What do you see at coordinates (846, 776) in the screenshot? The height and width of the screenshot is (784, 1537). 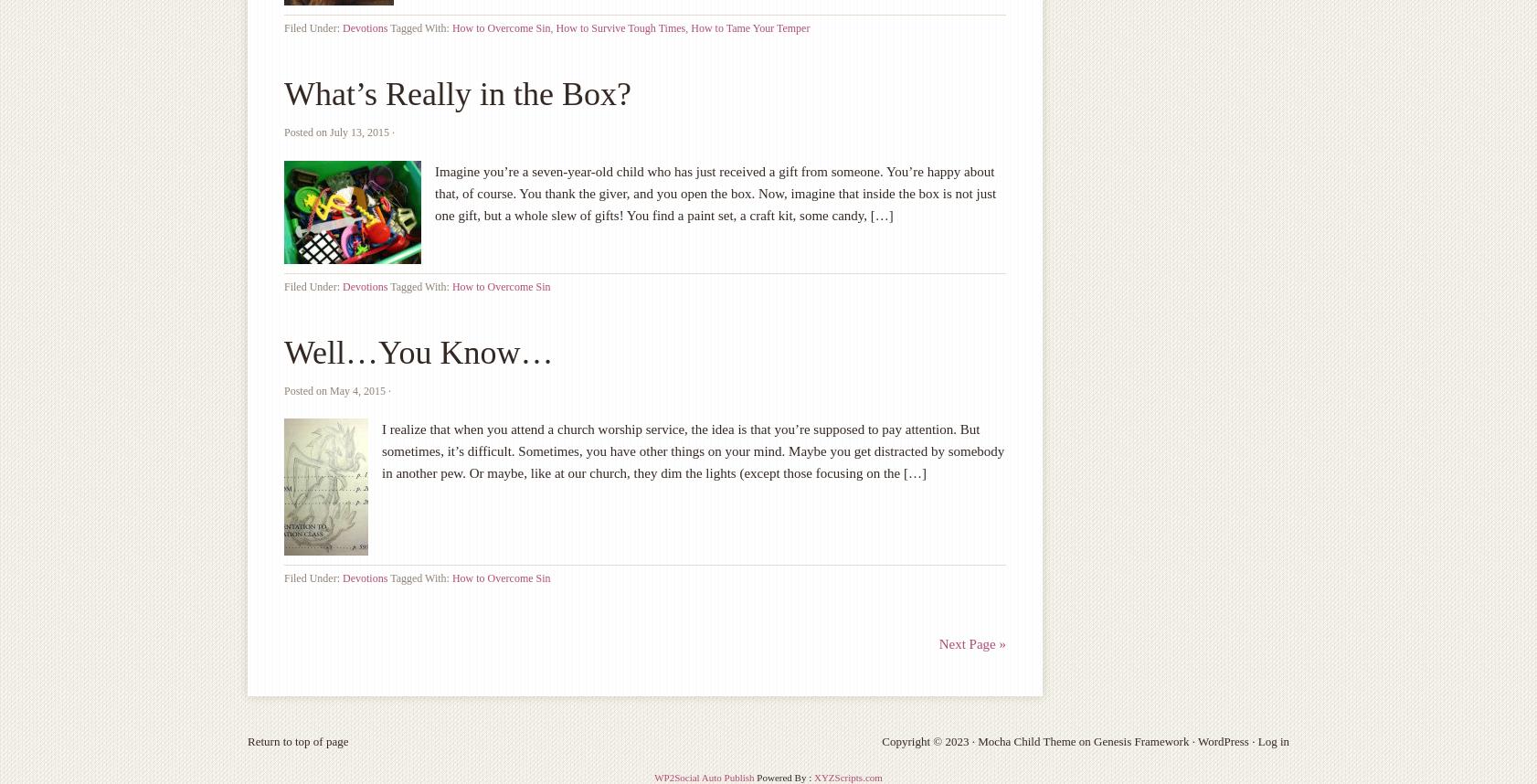 I see `'XYZScripts.com'` at bounding box center [846, 776].